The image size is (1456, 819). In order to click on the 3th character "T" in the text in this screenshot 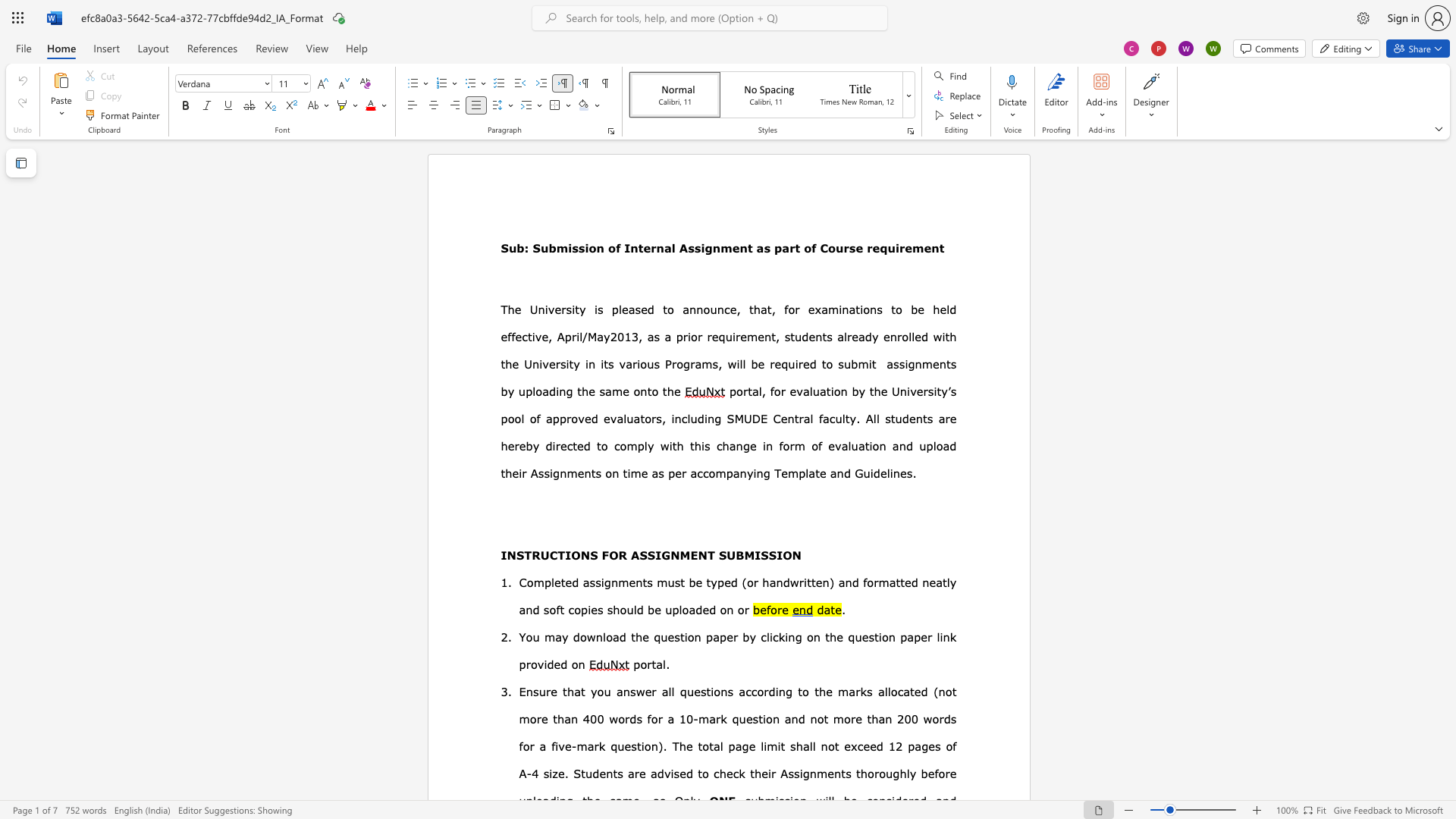, I will do `click(710, 555)`.